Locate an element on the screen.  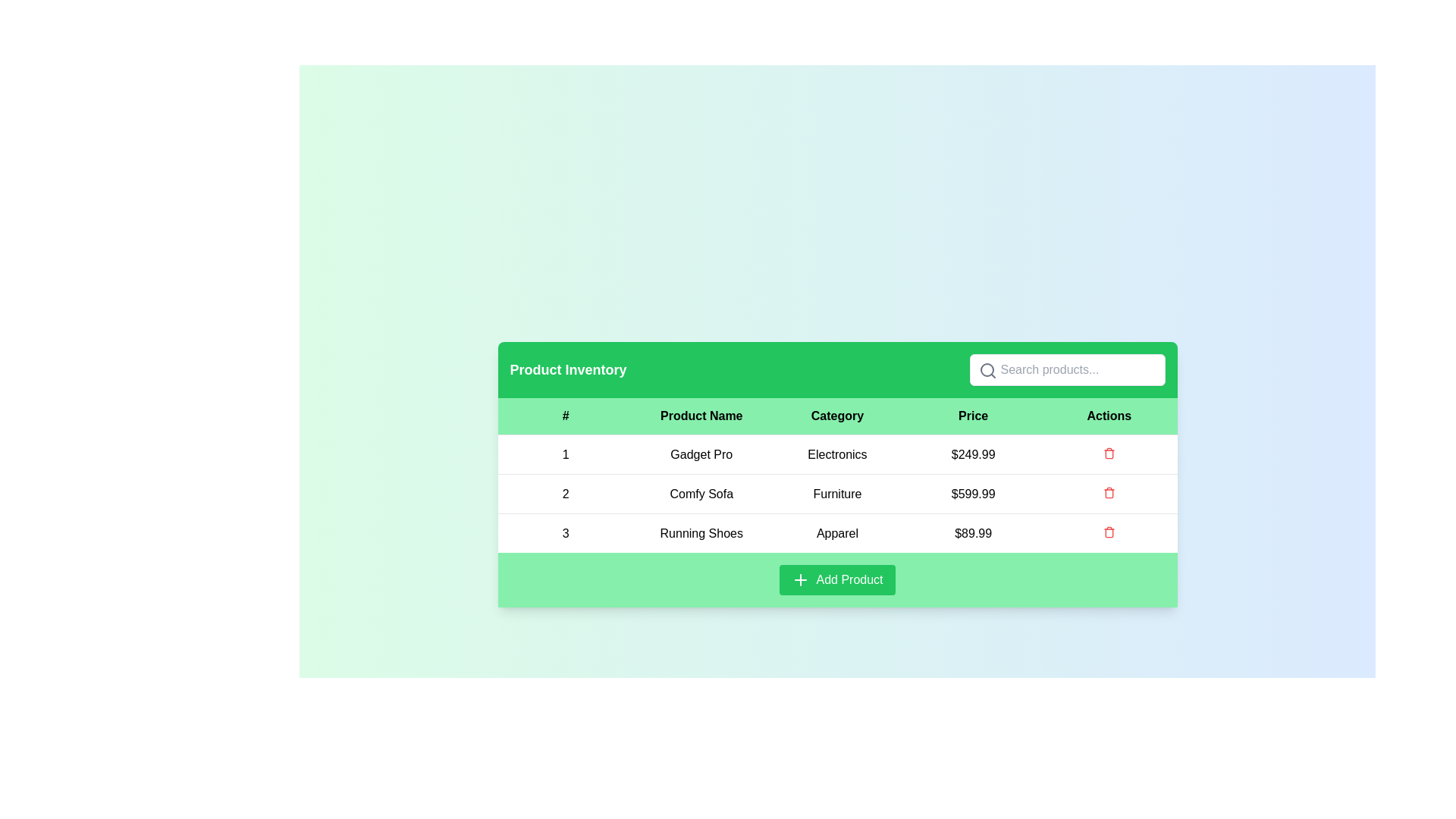
the row in the product table by clicking on the product name display element, which is the second item in the 'Product Name' column is located at coordinates (701, 494).